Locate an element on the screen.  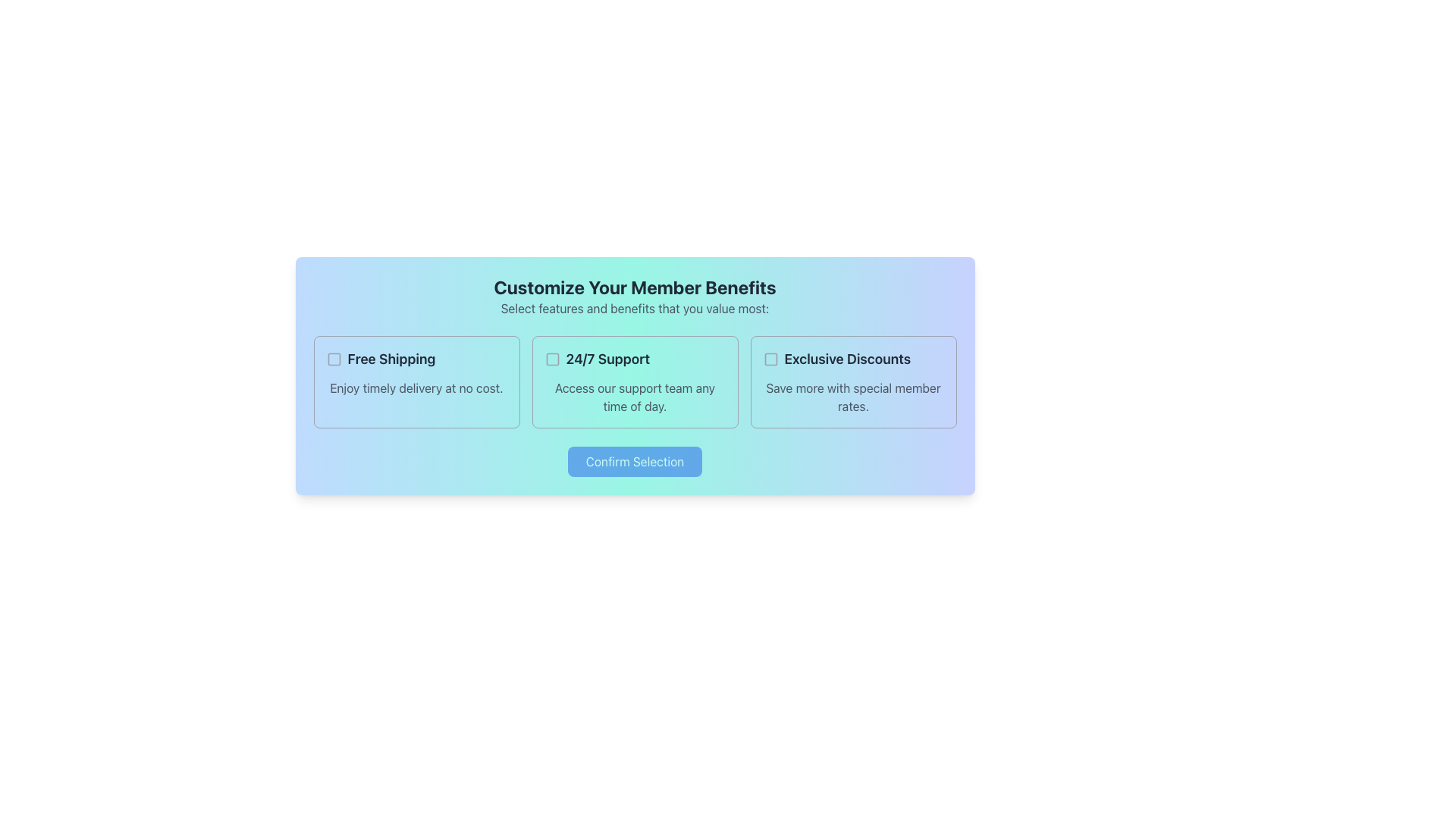
the 'Confirm Selection' button, which is a rectangular button with a blue background and white text, located beneath three options in the UI is located at coordinates (635, 461).